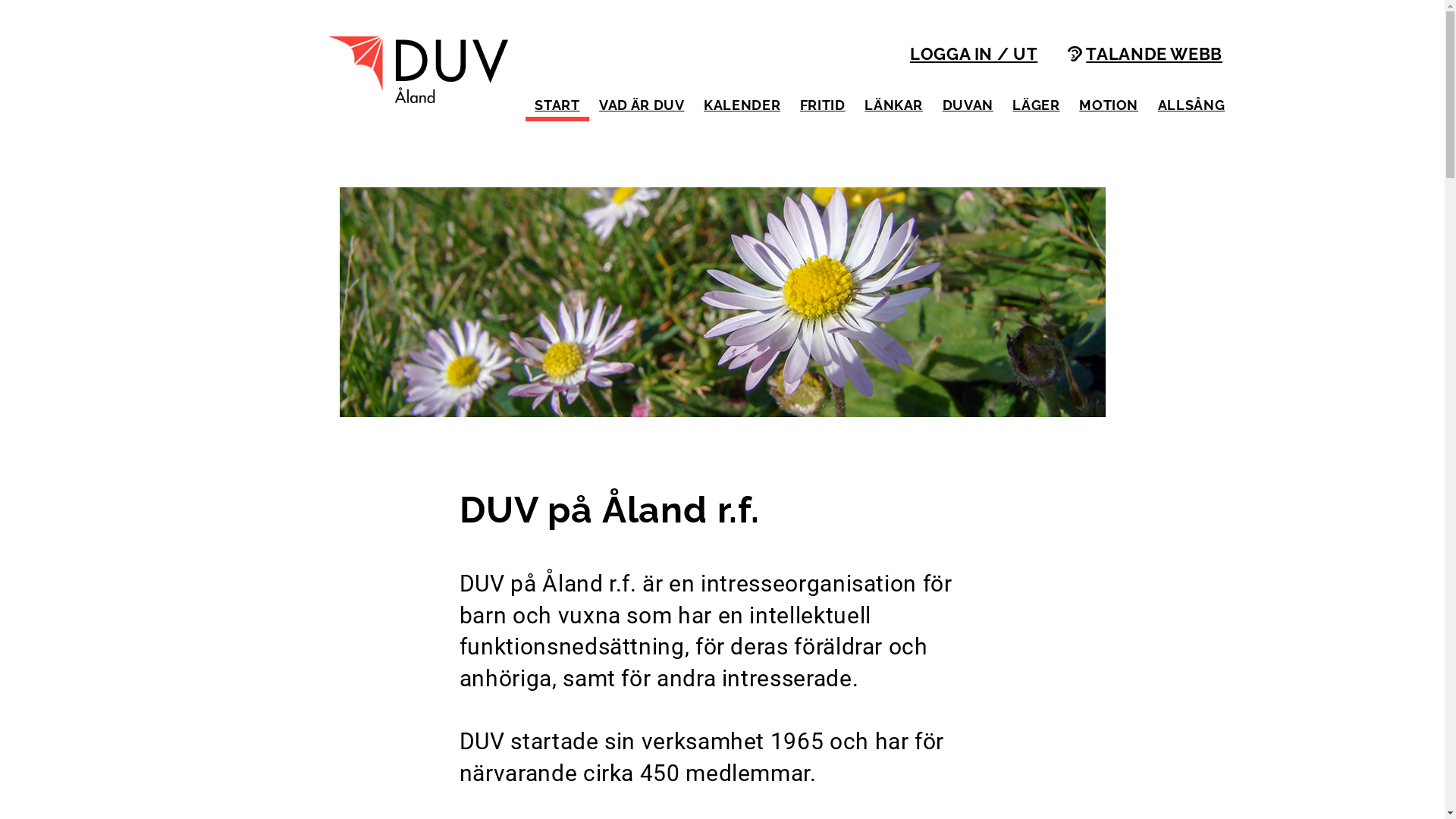  I want to click on 'KALENDER', so click(742, 104).